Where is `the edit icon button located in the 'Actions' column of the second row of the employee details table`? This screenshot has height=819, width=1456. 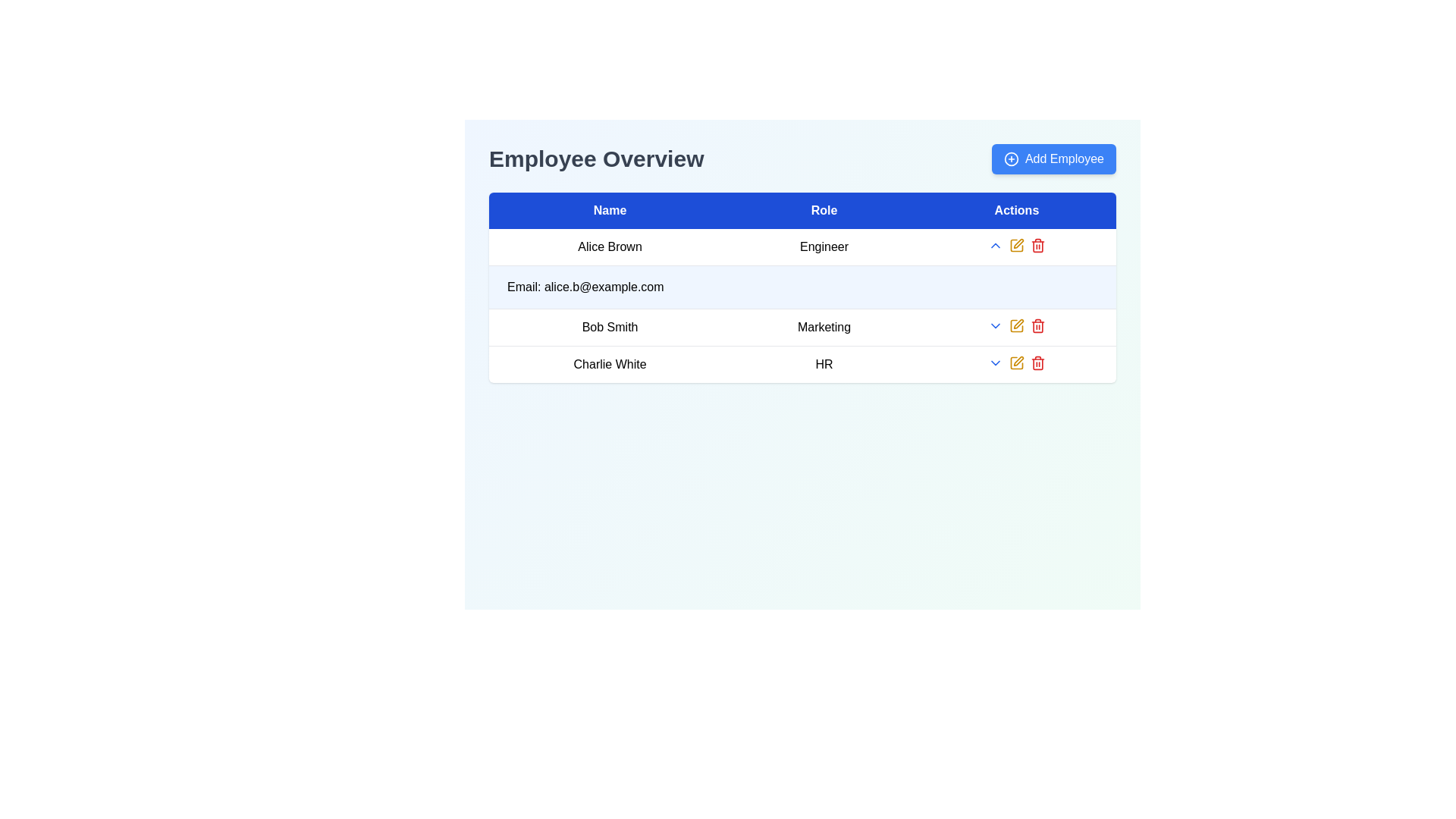
the edit icon button located in the 'Actions' column of the second row of the employee details table is located at coordinates (1018, 323).